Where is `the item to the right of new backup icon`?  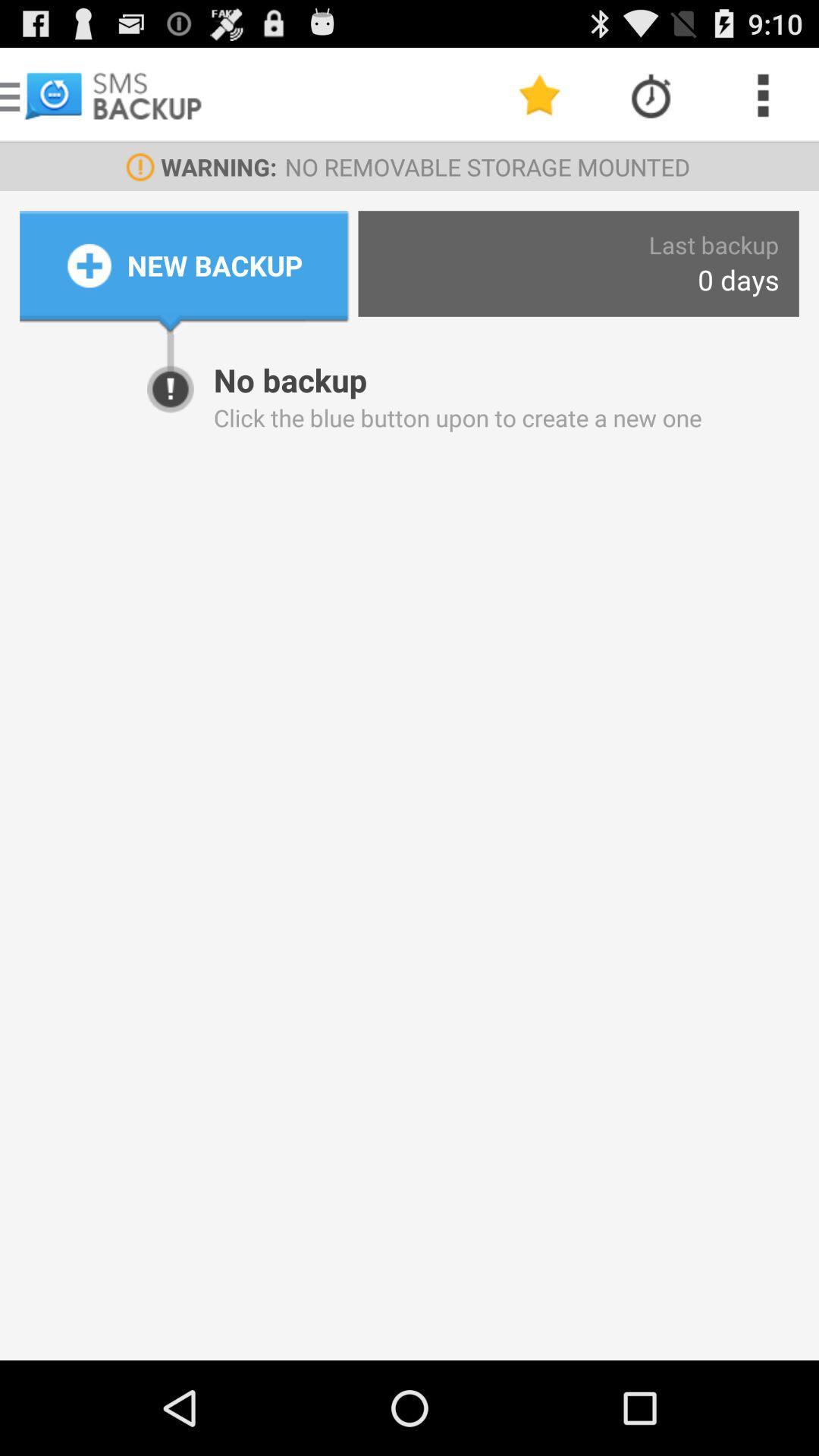 the item to the right of new backup icon is located at coordinates (737, 280).